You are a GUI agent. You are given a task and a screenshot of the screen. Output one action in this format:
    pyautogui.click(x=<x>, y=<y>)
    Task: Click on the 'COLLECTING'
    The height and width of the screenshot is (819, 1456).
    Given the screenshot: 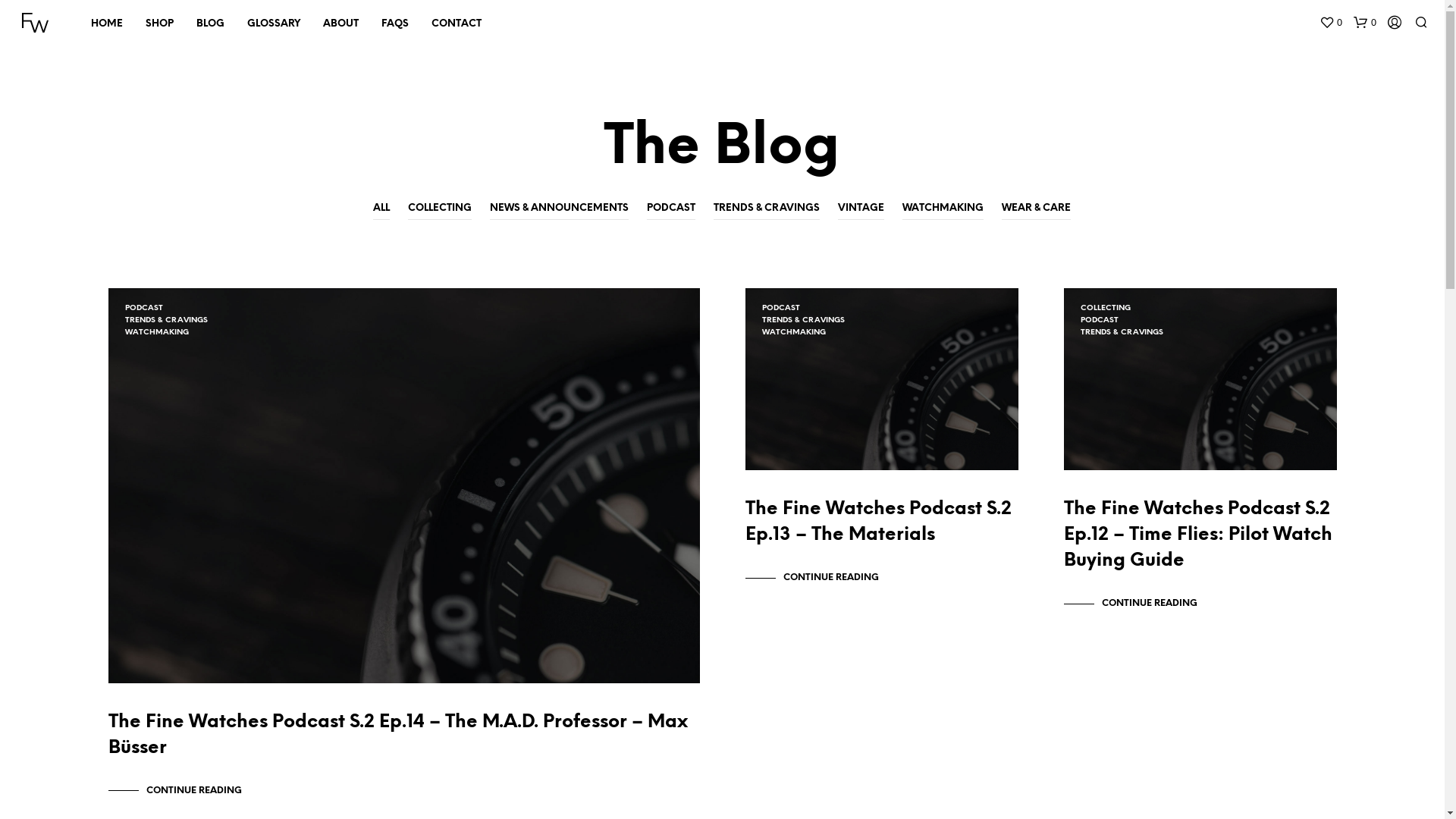 What is the action you would take?
    pyautogui.click(x=439, y=209)
    